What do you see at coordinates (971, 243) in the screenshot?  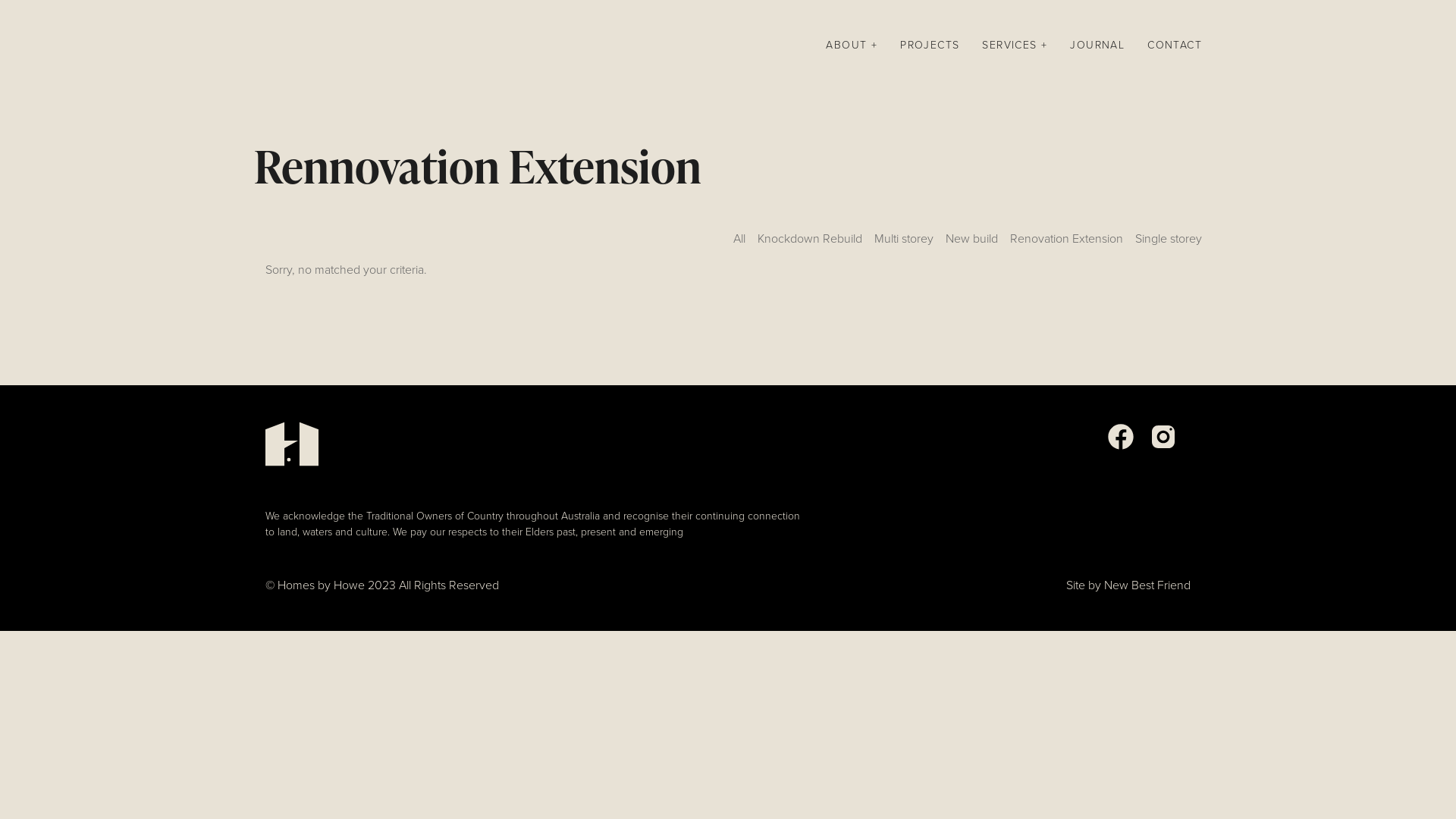 I see `'New build'` at bounding box center [971, 243].